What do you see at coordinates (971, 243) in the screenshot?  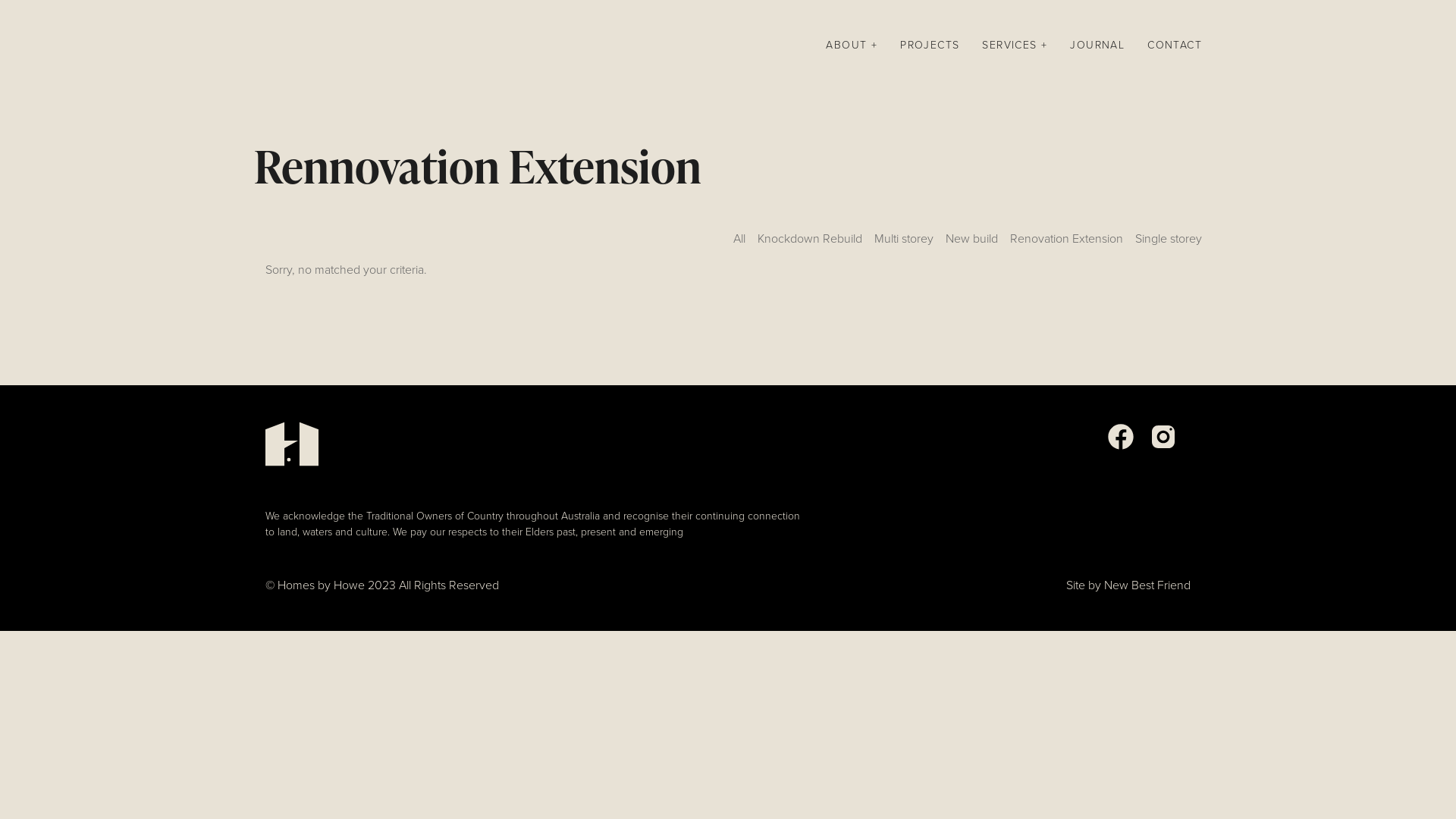 I see `'New build'` at bounding box center [971, 243].